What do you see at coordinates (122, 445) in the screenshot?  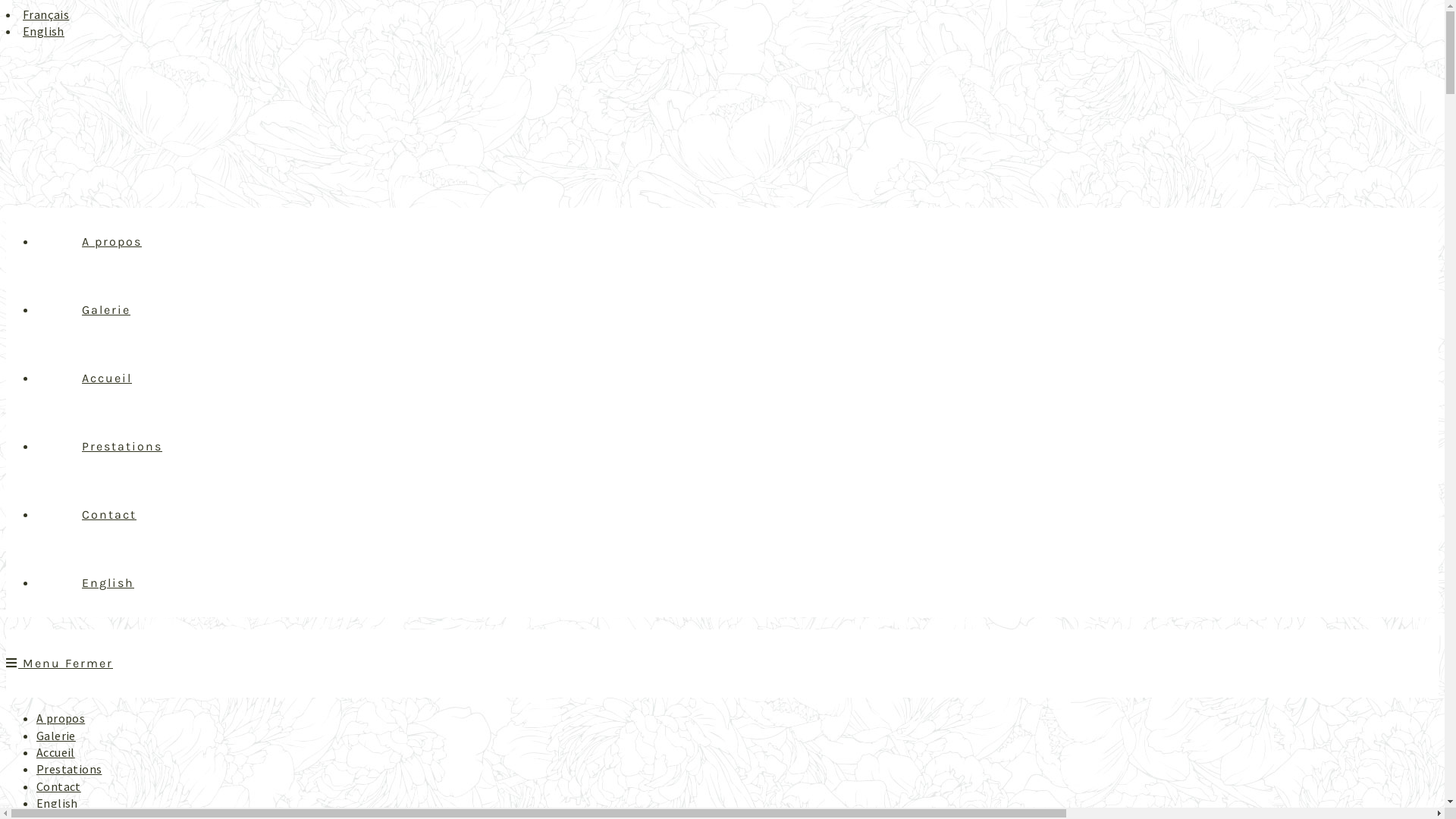 I see `'Prestations'` at bounding box center [122, 445].